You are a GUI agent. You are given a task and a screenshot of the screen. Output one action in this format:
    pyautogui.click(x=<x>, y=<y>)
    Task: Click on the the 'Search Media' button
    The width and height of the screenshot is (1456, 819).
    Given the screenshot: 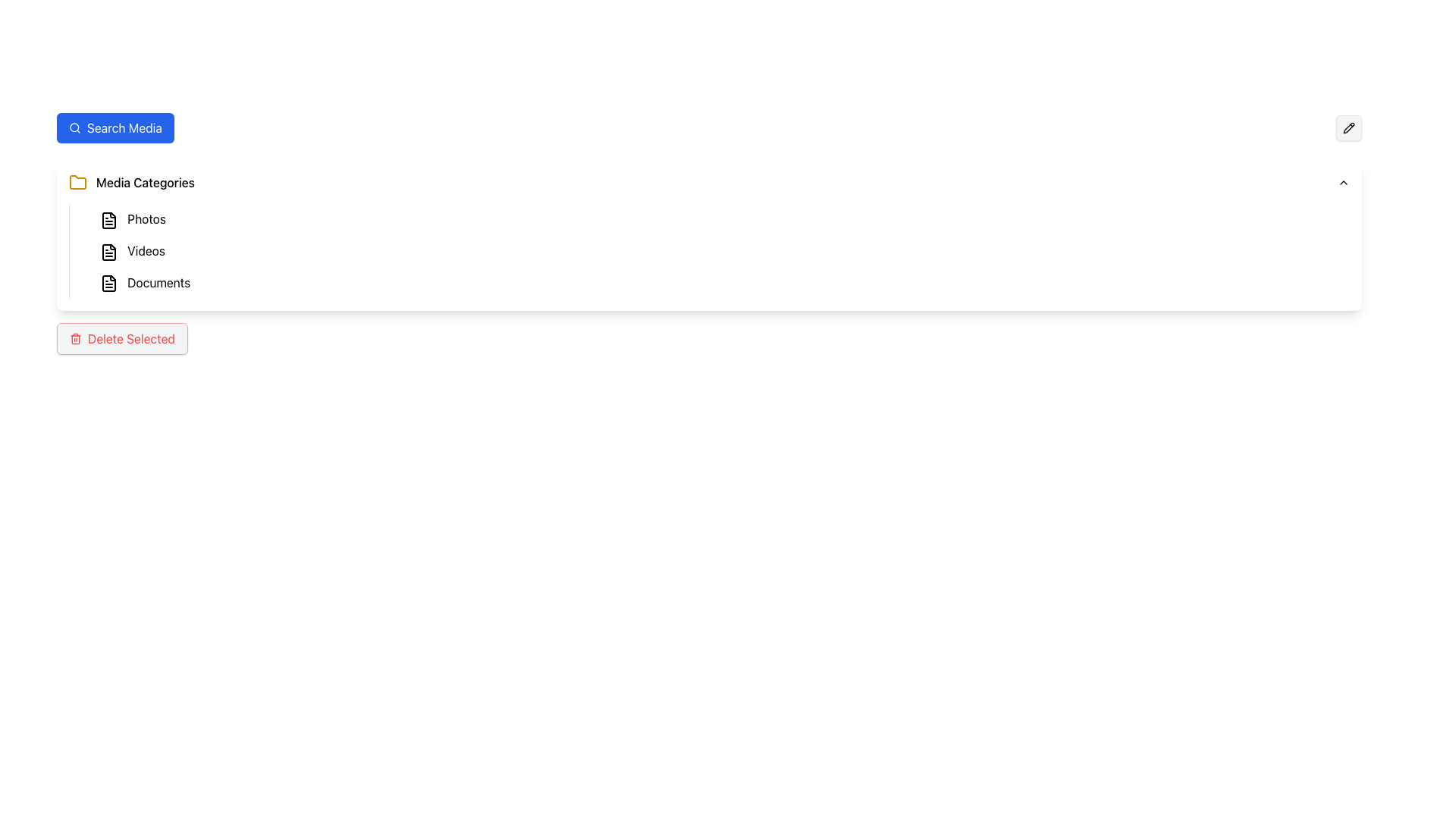 What is the action you would take?
    pyautogui.click(x=74, y=127)
    